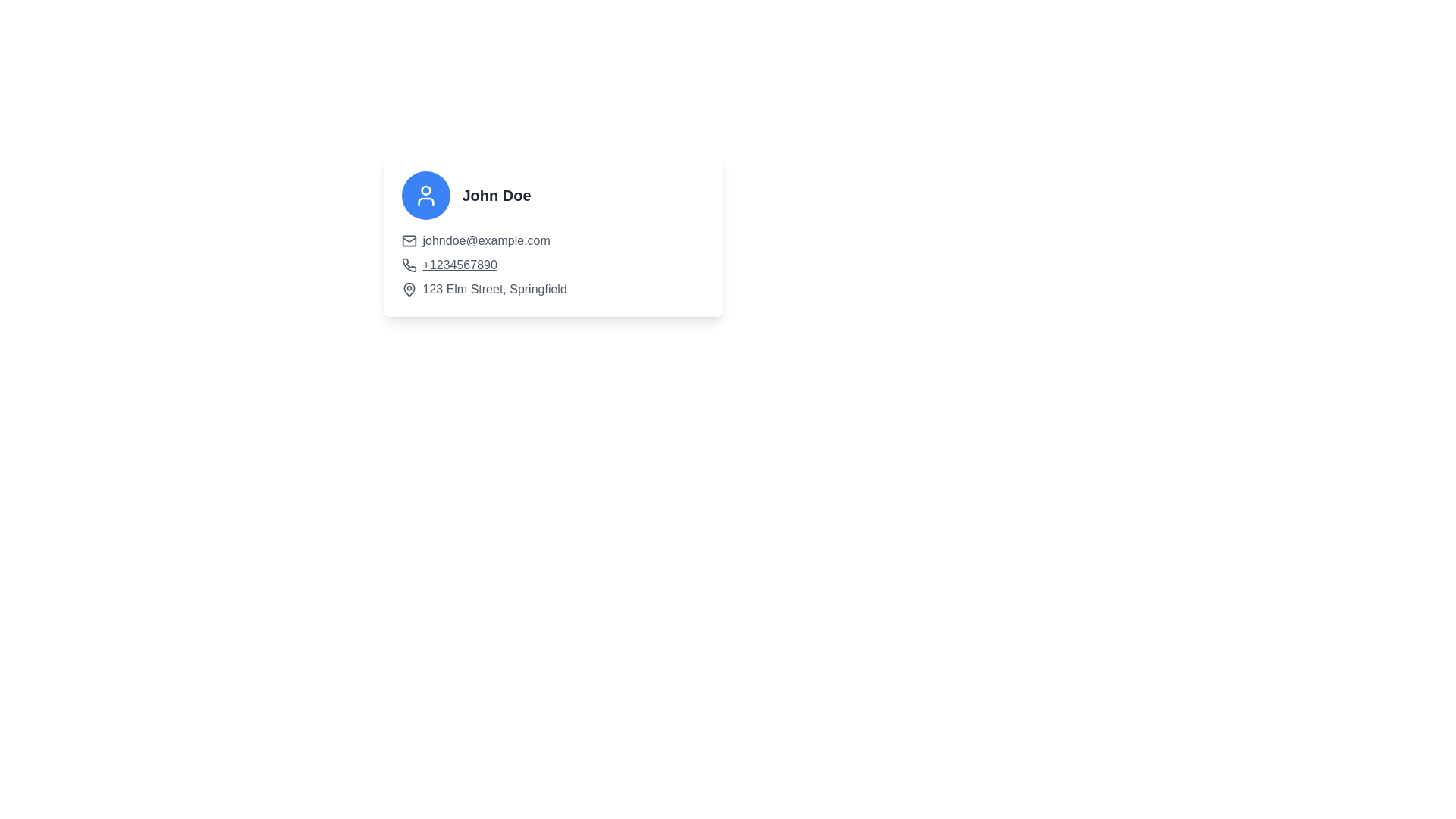  Describe the element at coordinates (409, 264) in the screenshot. I see `the SVG-based phone icon, which is a curved line resembling a telephone receiver, located in the user profile card layout directly preceding the phone number text` at that location.